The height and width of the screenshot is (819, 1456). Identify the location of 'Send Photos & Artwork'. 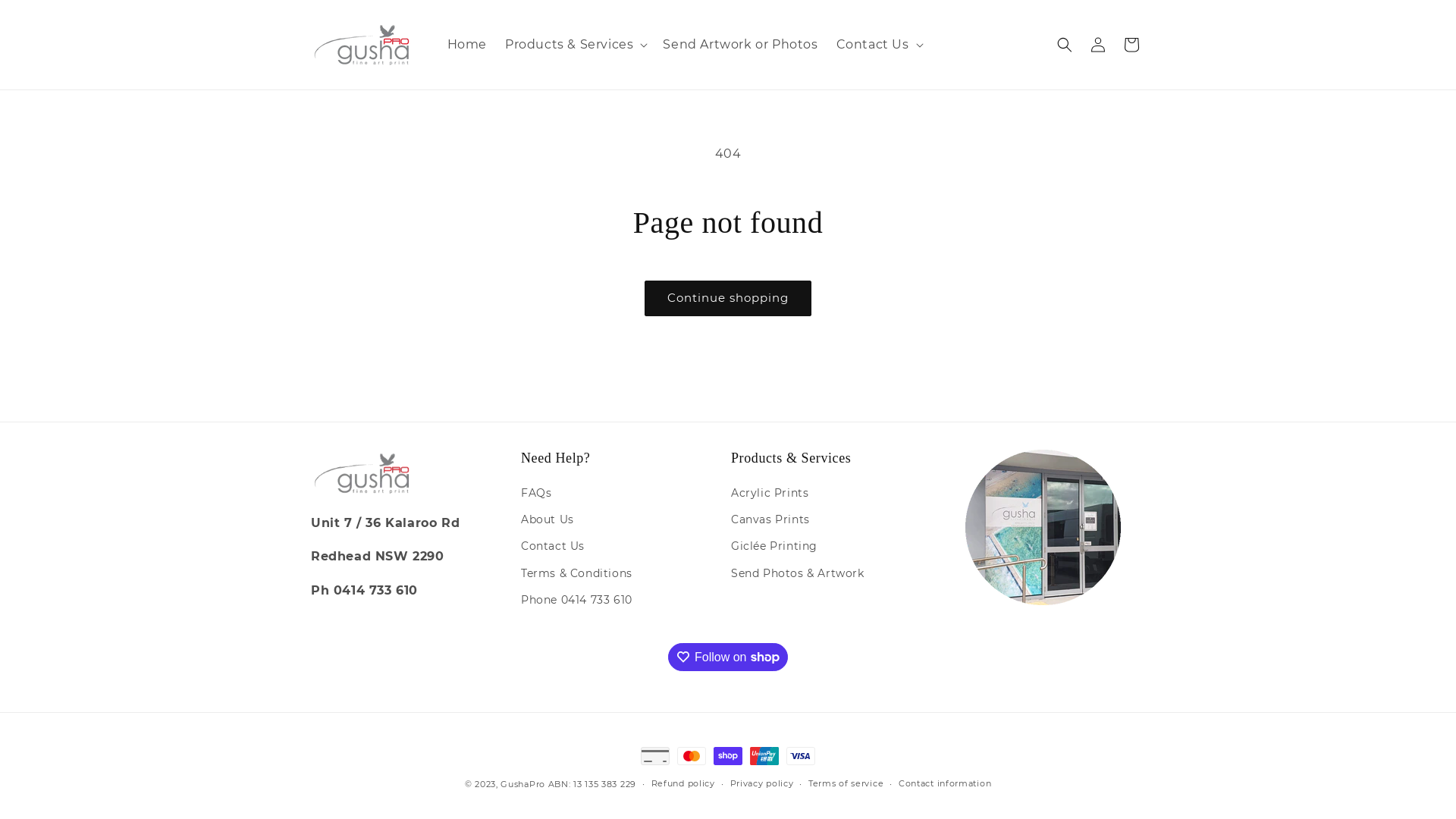
(796, 573).